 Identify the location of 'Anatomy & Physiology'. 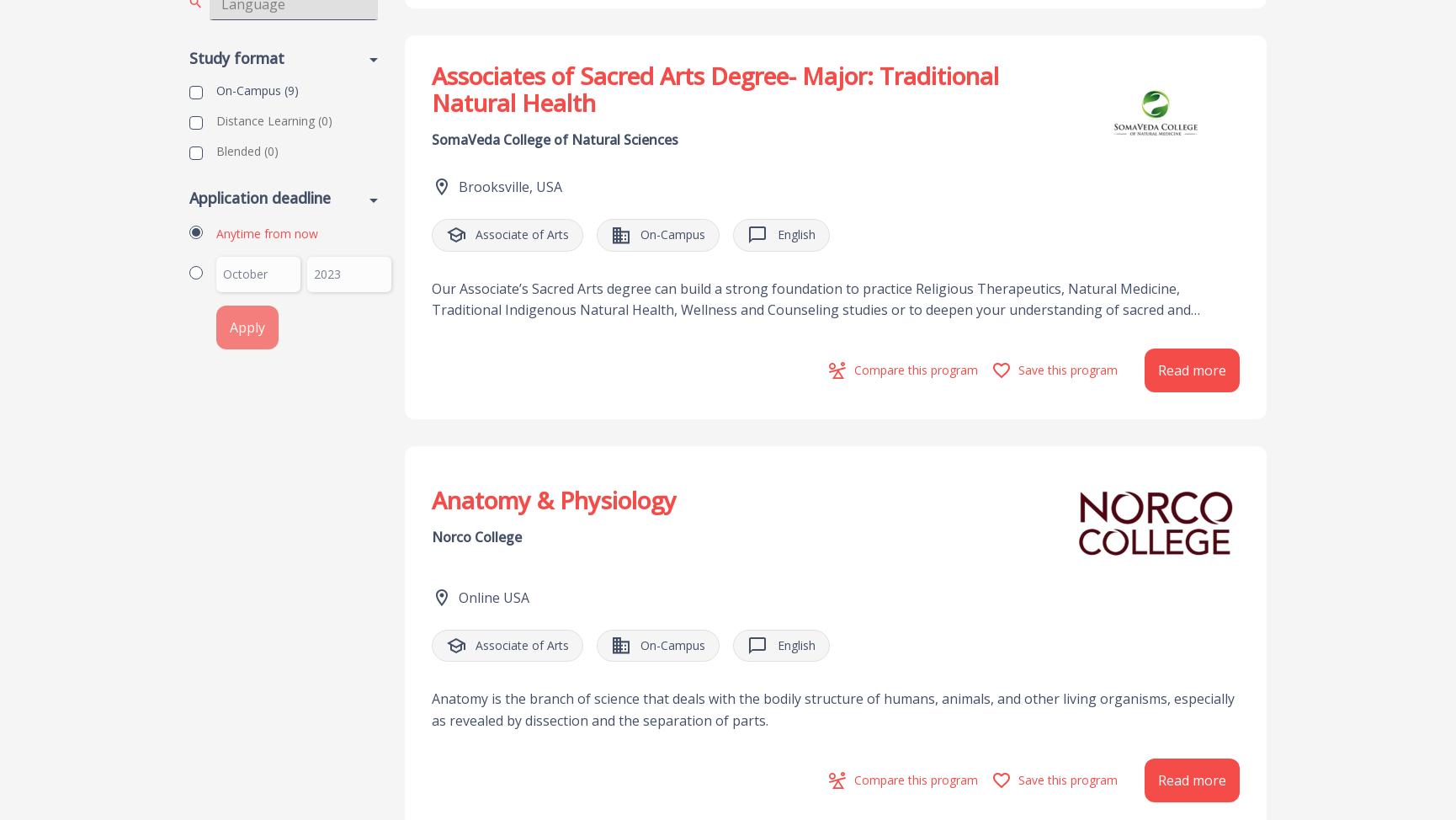
(554, 498).